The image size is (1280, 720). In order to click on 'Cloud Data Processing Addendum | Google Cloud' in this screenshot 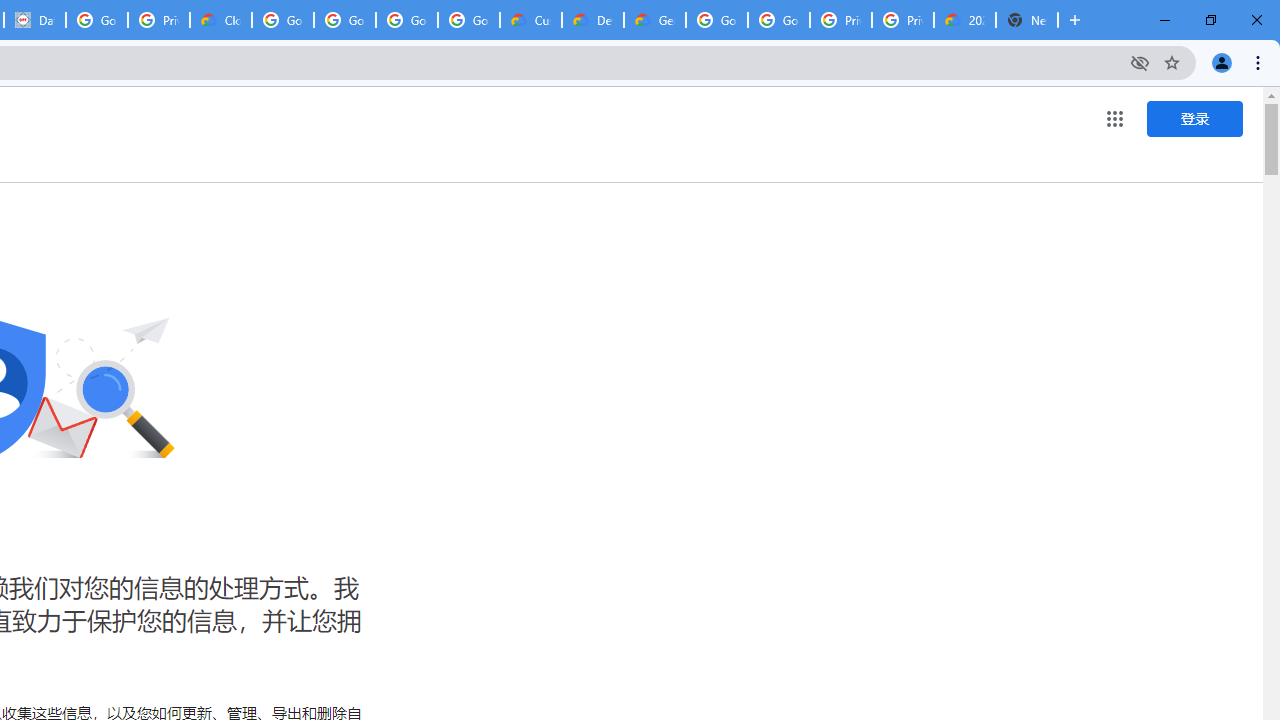, I will do `click(220, 20)`.